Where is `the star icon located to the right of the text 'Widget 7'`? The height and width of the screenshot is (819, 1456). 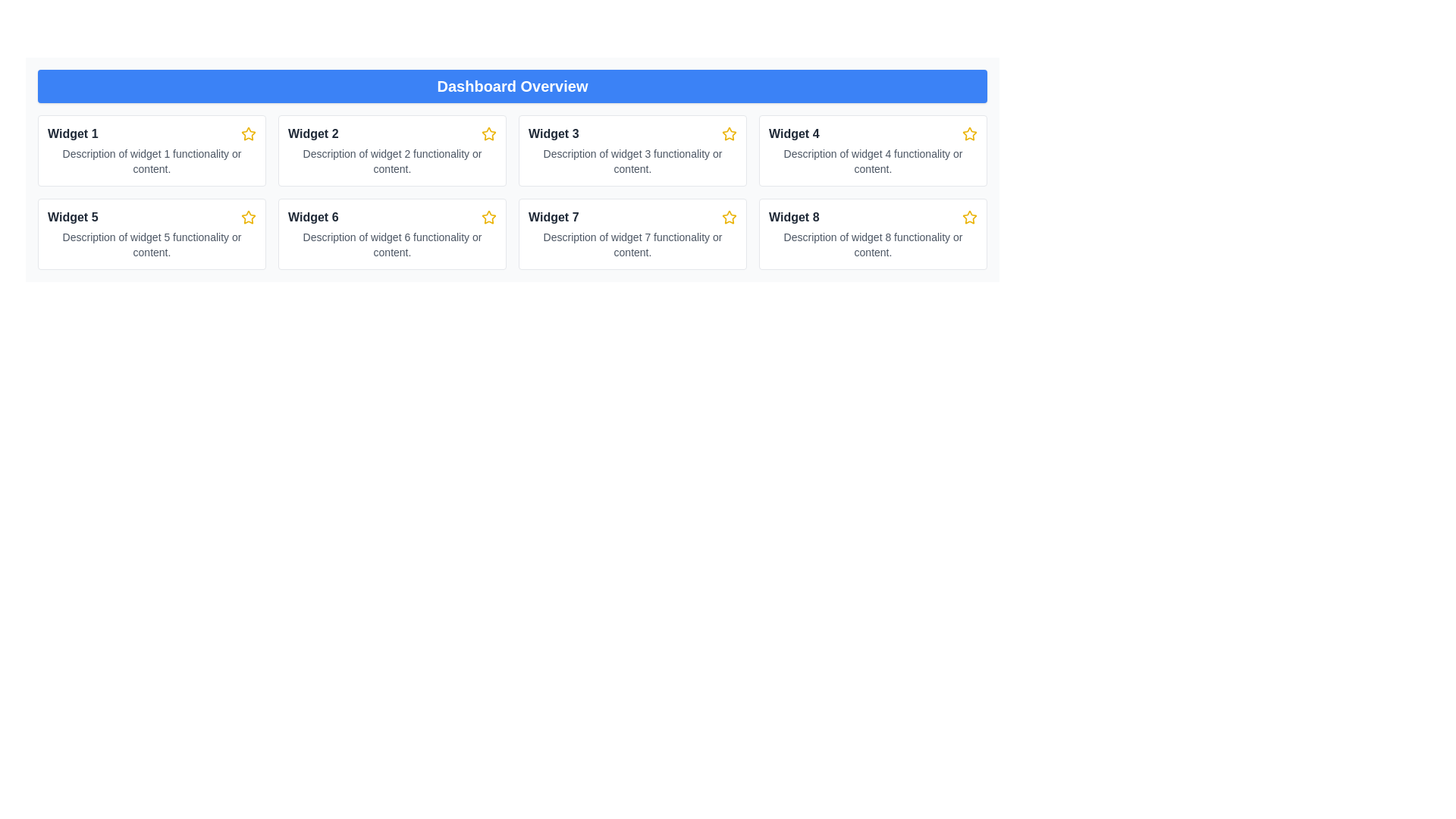
the star icon located to the right of the text 'Widget 7' is located at coordinates (729, 217).